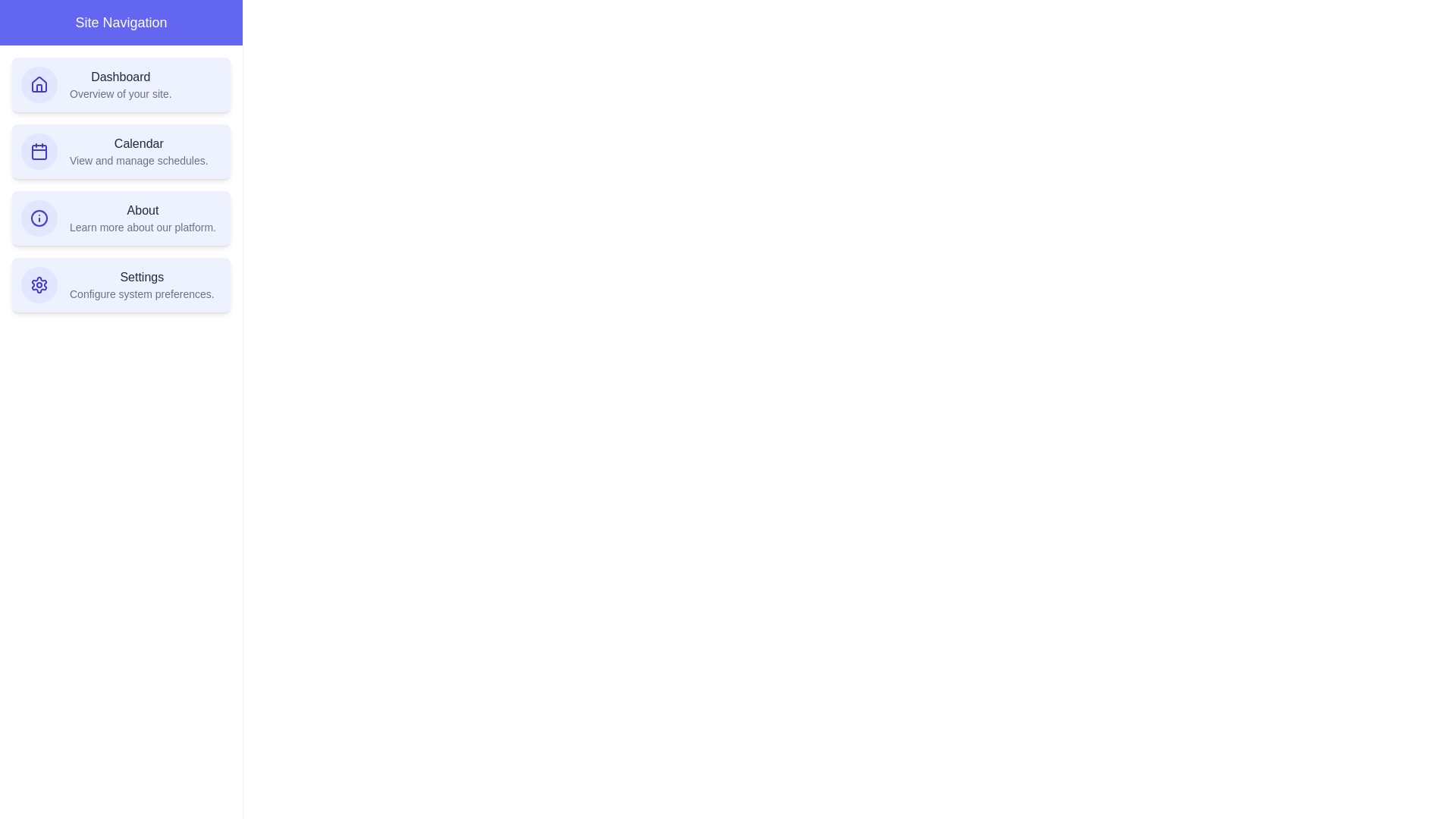 The height and width of the screenshot is (819, 1456). I want to click on the text of the navigation item Dashboard, so click(119, 77).